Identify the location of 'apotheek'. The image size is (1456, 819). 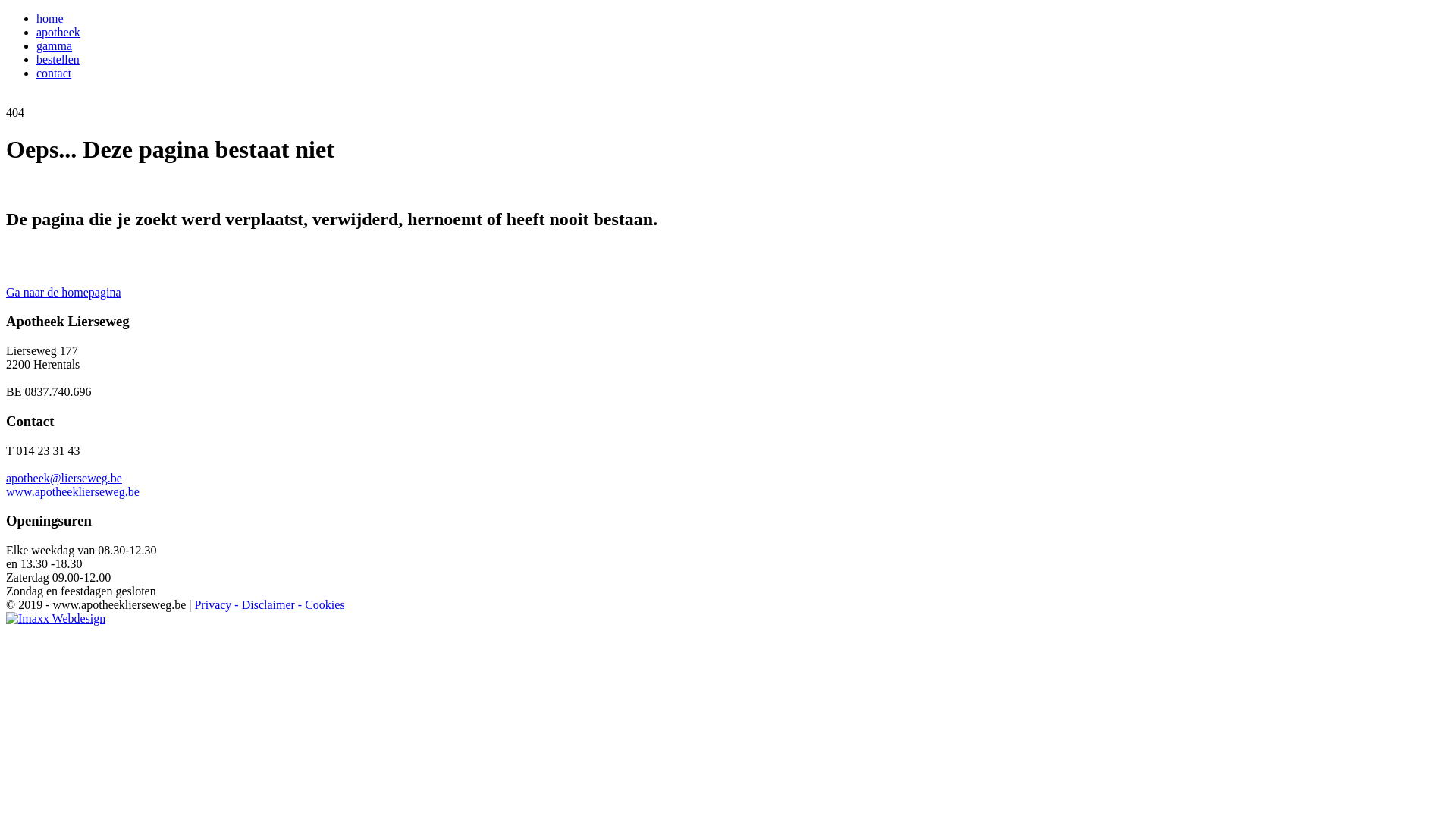
(58, 32).